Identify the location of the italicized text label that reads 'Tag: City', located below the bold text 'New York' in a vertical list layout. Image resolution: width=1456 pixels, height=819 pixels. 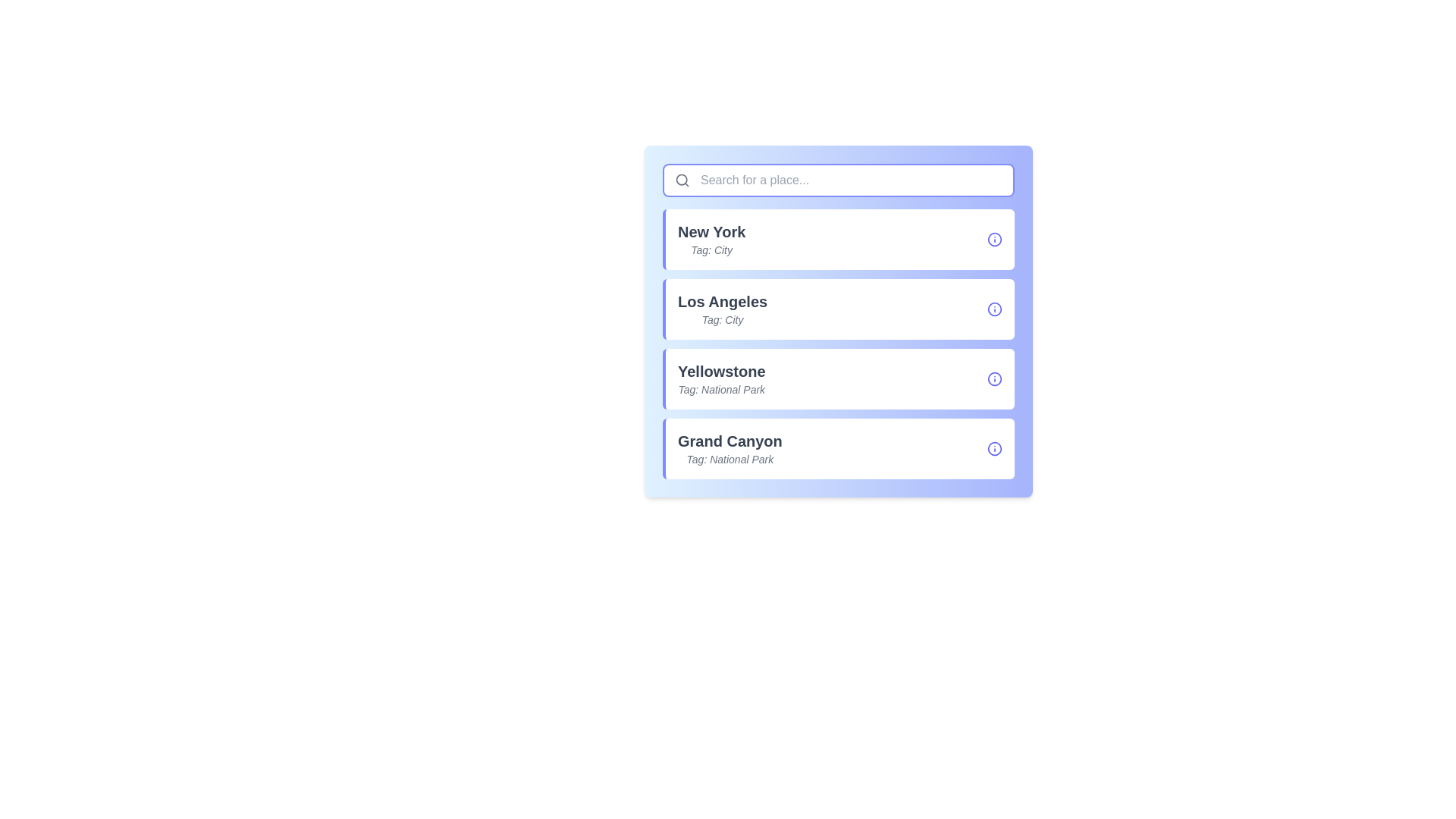
(711, 249).